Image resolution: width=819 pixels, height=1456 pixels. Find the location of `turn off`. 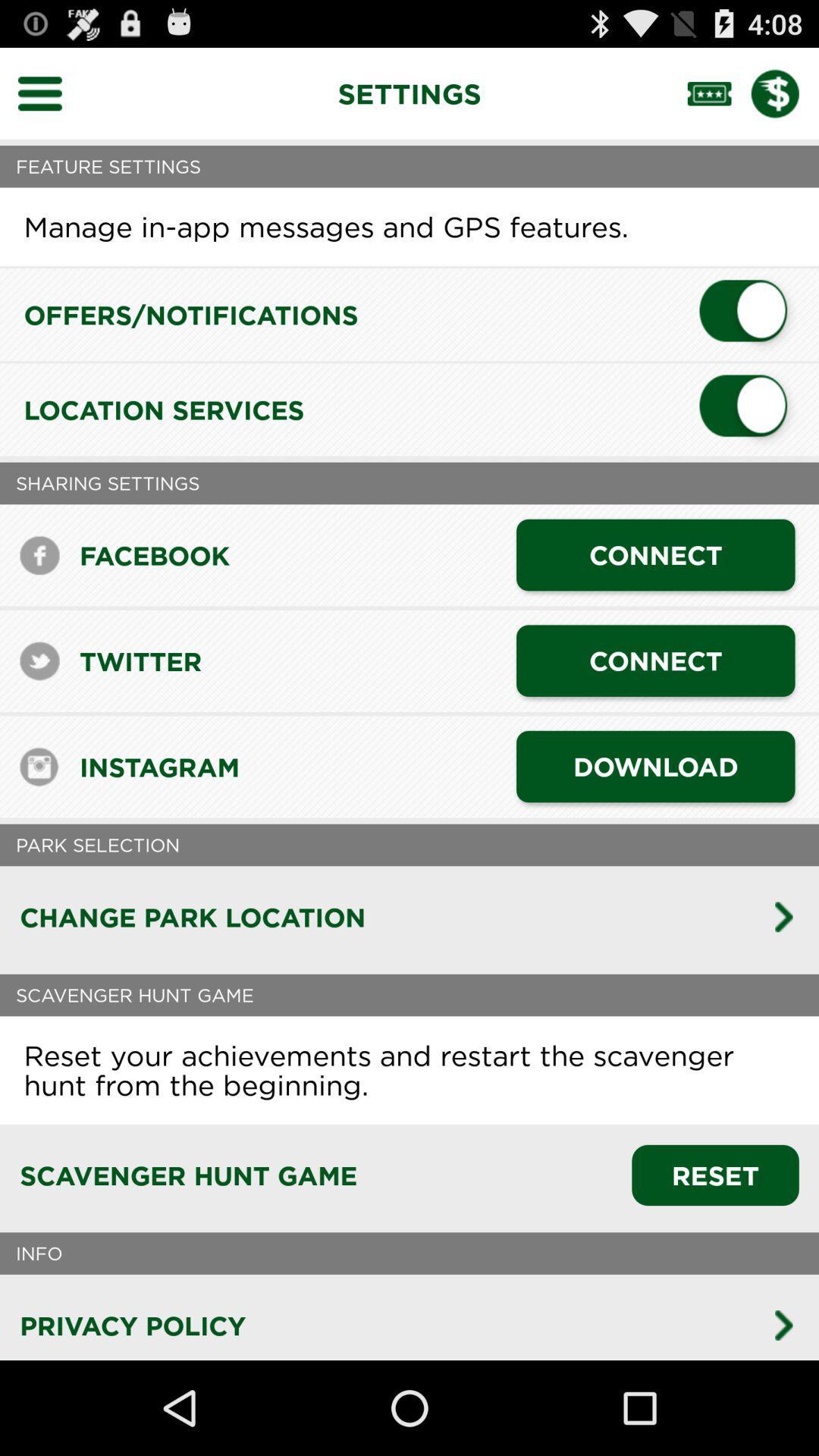

turn off is located at coordinates (748, 314).